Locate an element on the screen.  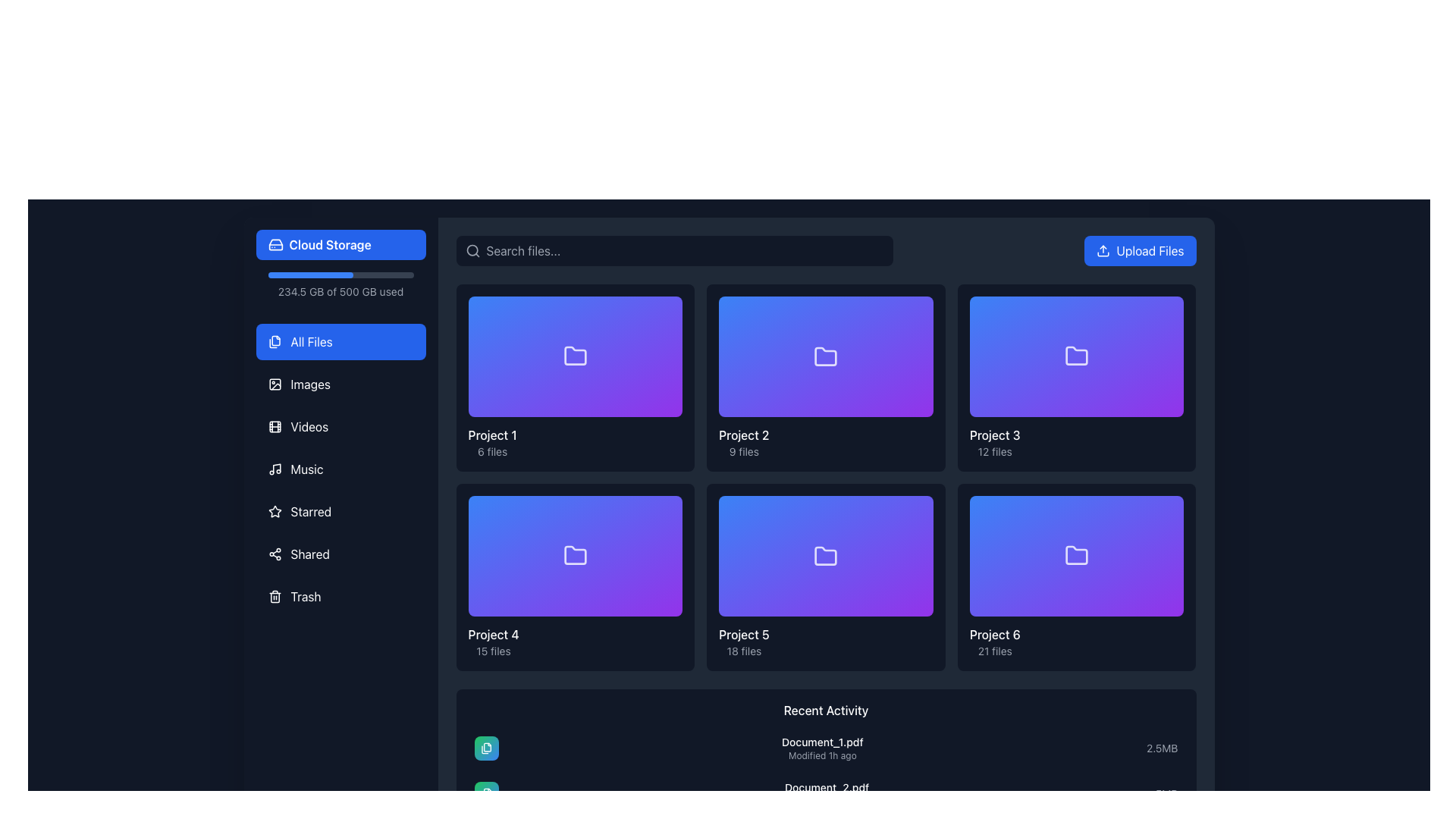
the folder icon is located at coordinates (825, 556).